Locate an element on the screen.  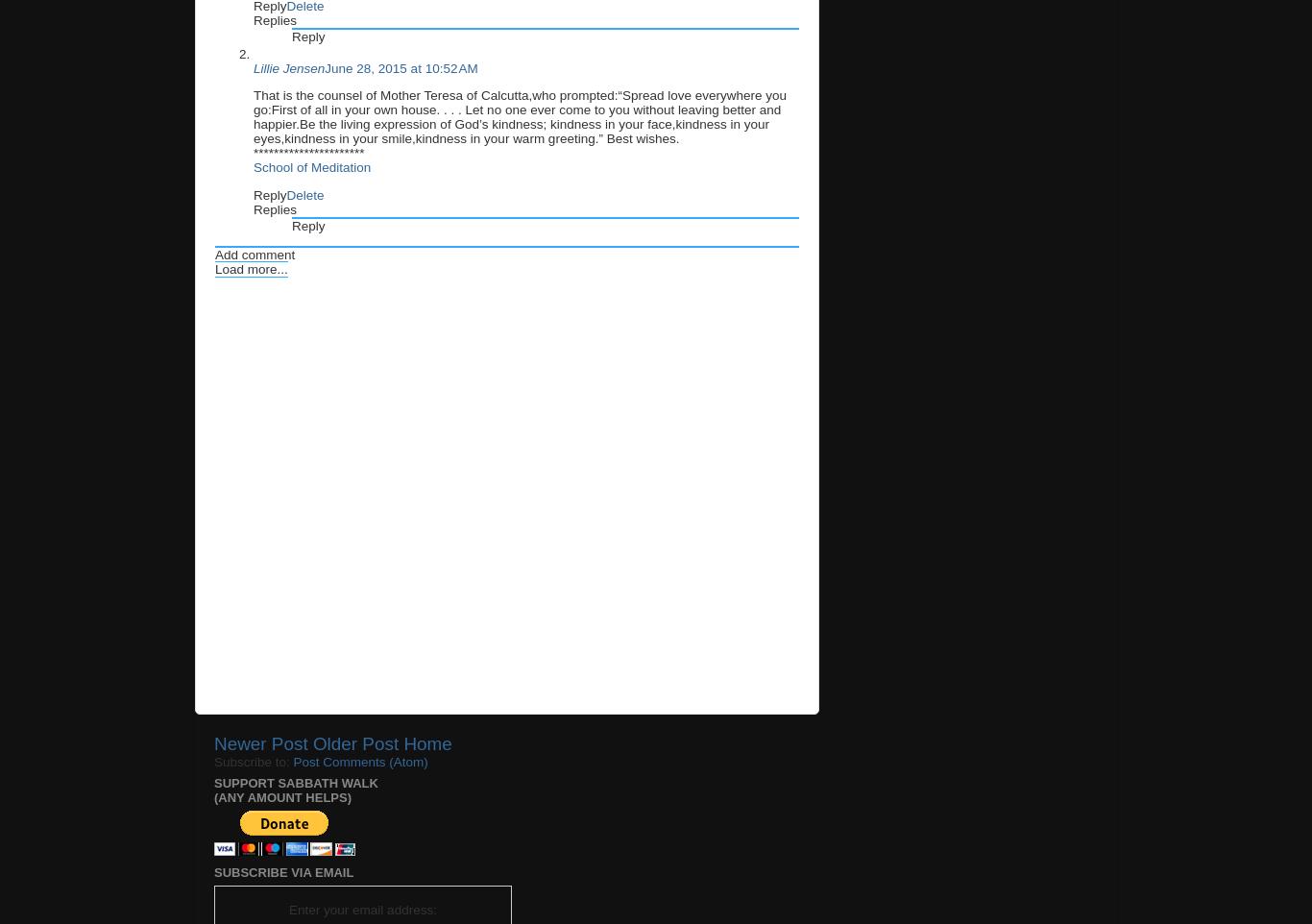
'Enter your email address:' is located at coordinates (361, 909).